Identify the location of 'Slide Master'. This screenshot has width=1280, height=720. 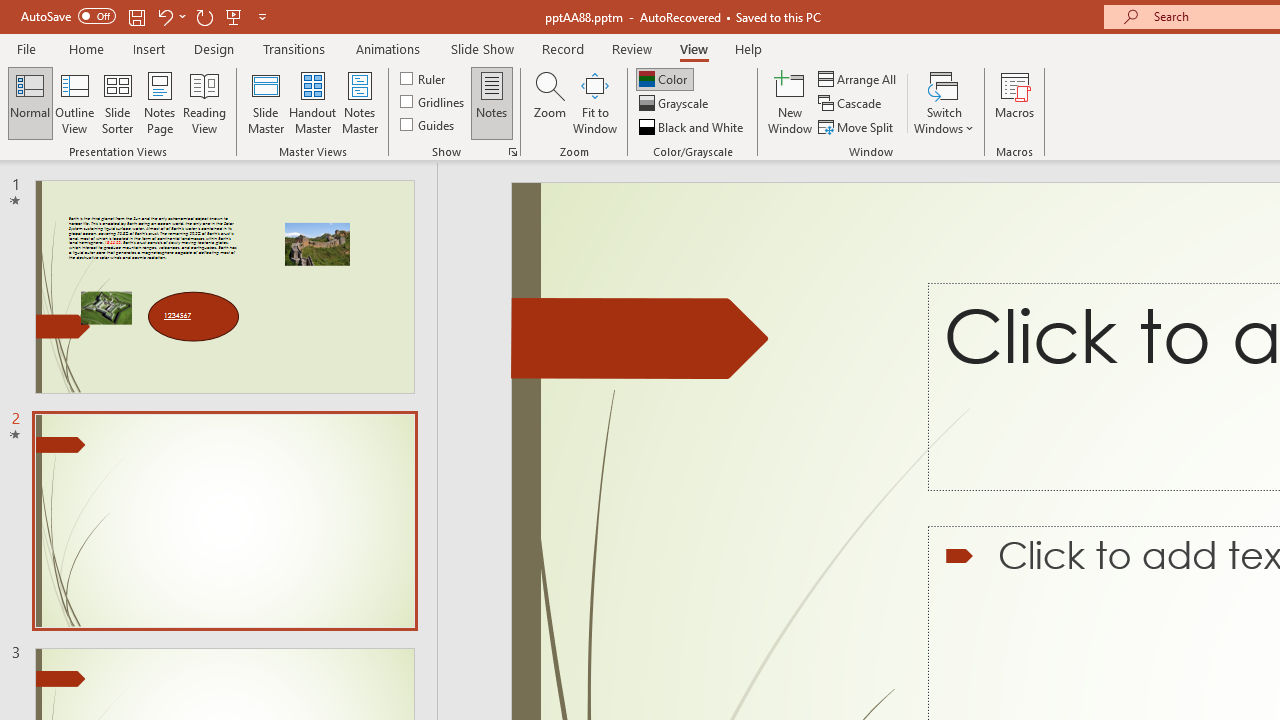
(264, 103).